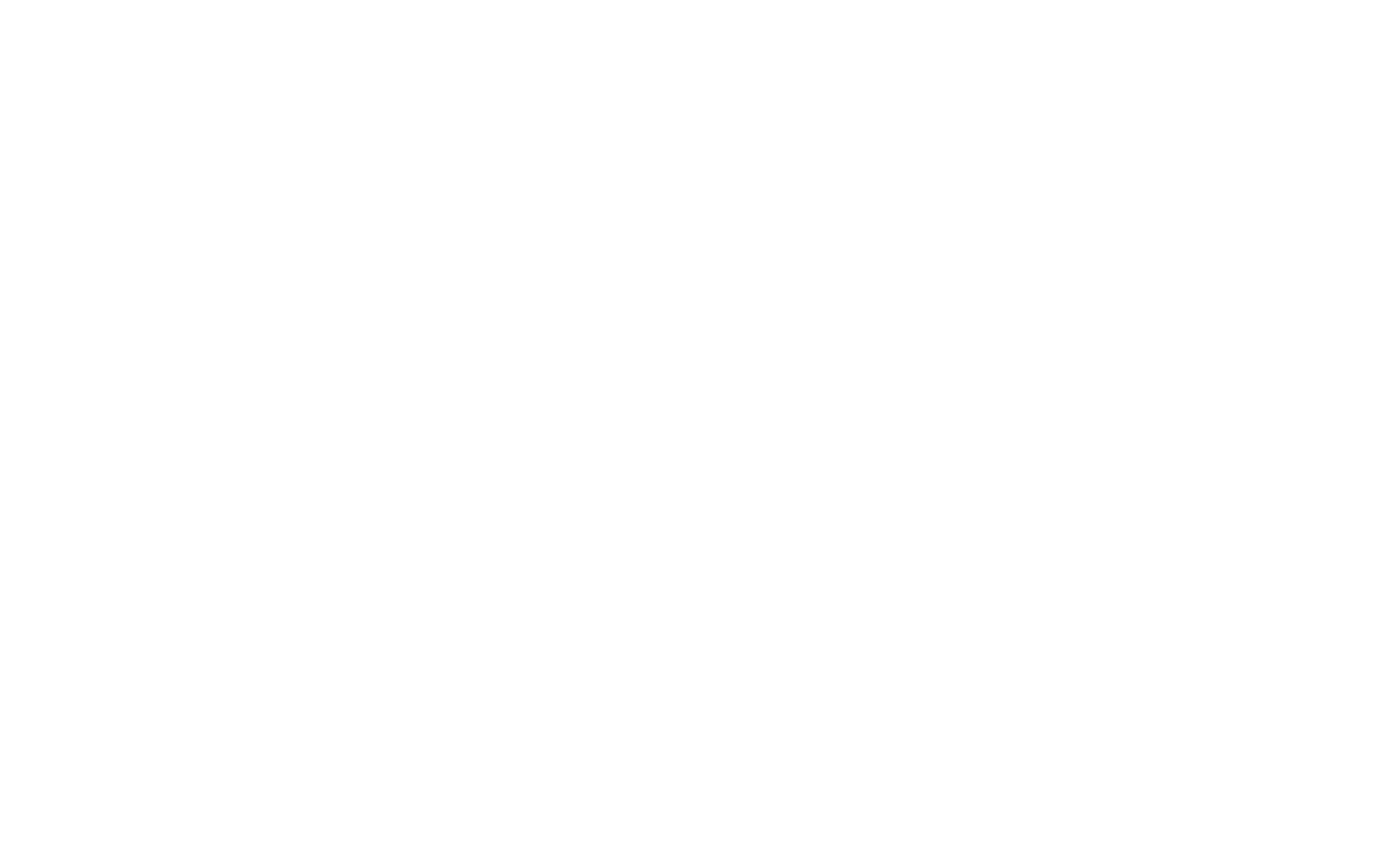 The width and height of the screenshot is (1386, 868). Describe the element at coordinates (1086, 186) in the screenshot. I see `'May 1969'` at that location.